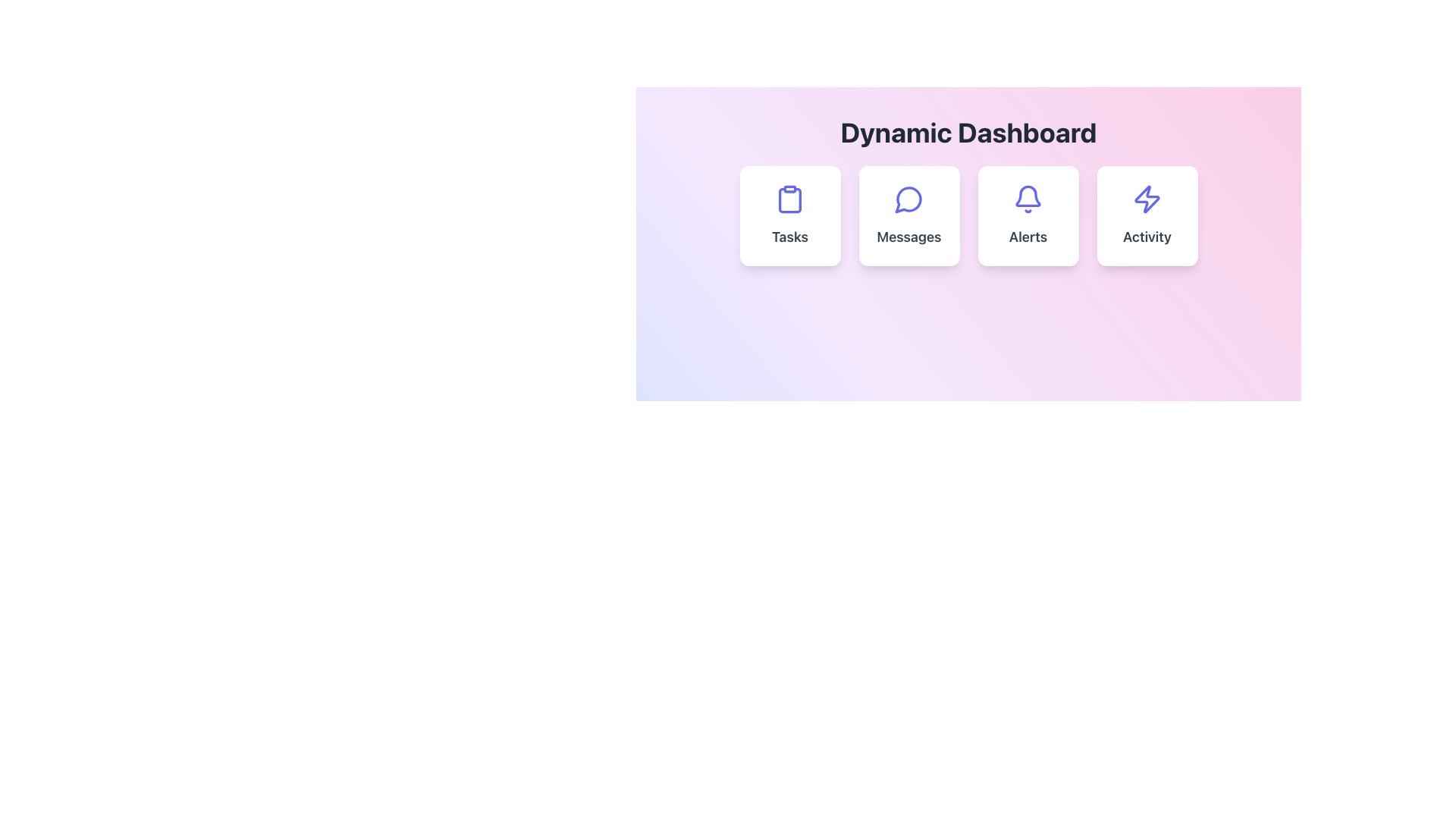 This screenshot has width=1456, height=819. Describe the element at coordinates (909, 237) in the screenshot. I see `the bottom text element that acts as a label for the 'Messages' section, centrally aligned within a white, rounded rectangle` at that location.